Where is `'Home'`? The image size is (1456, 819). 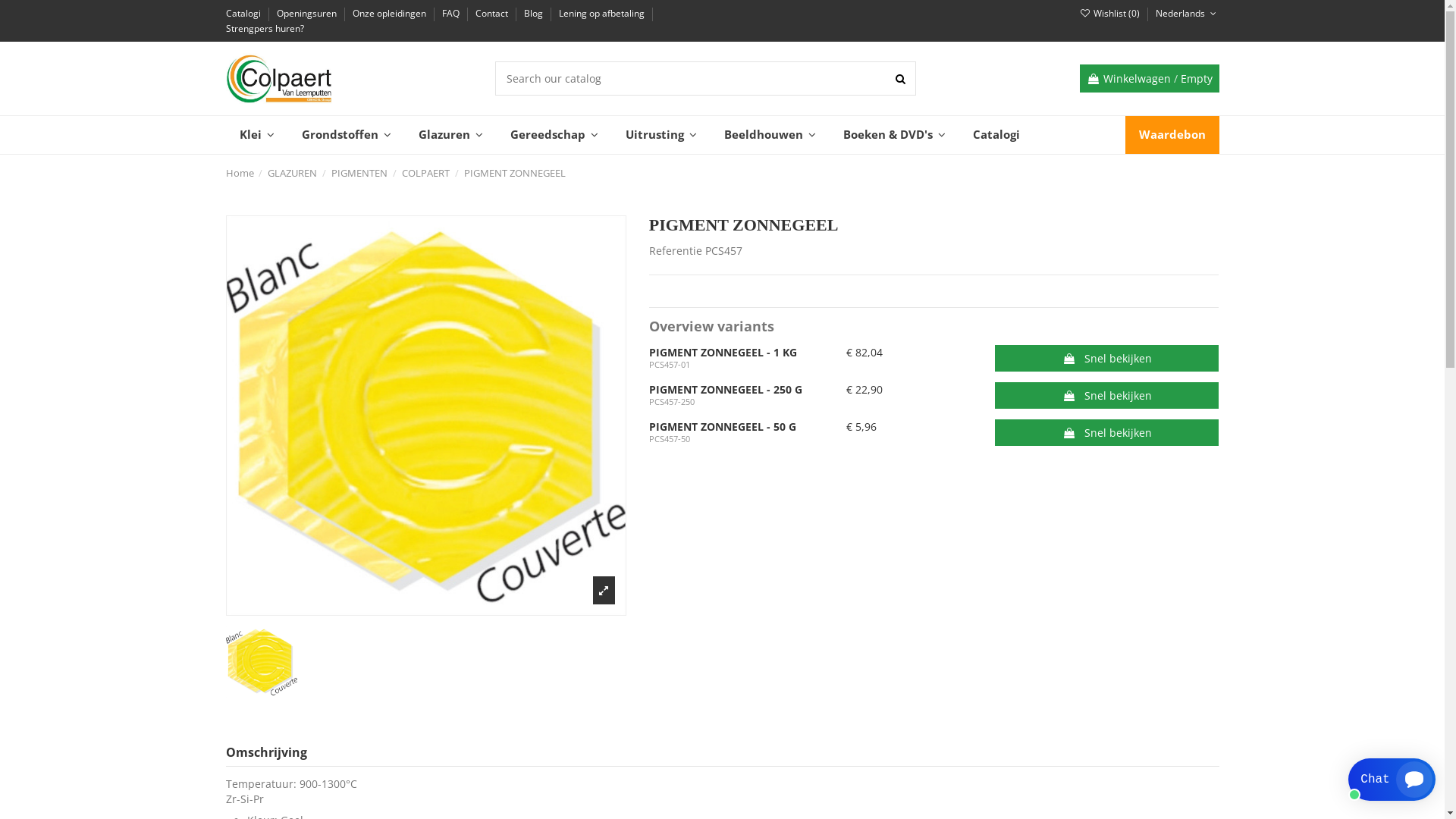
'Home' is located at coordinates (224, 171).